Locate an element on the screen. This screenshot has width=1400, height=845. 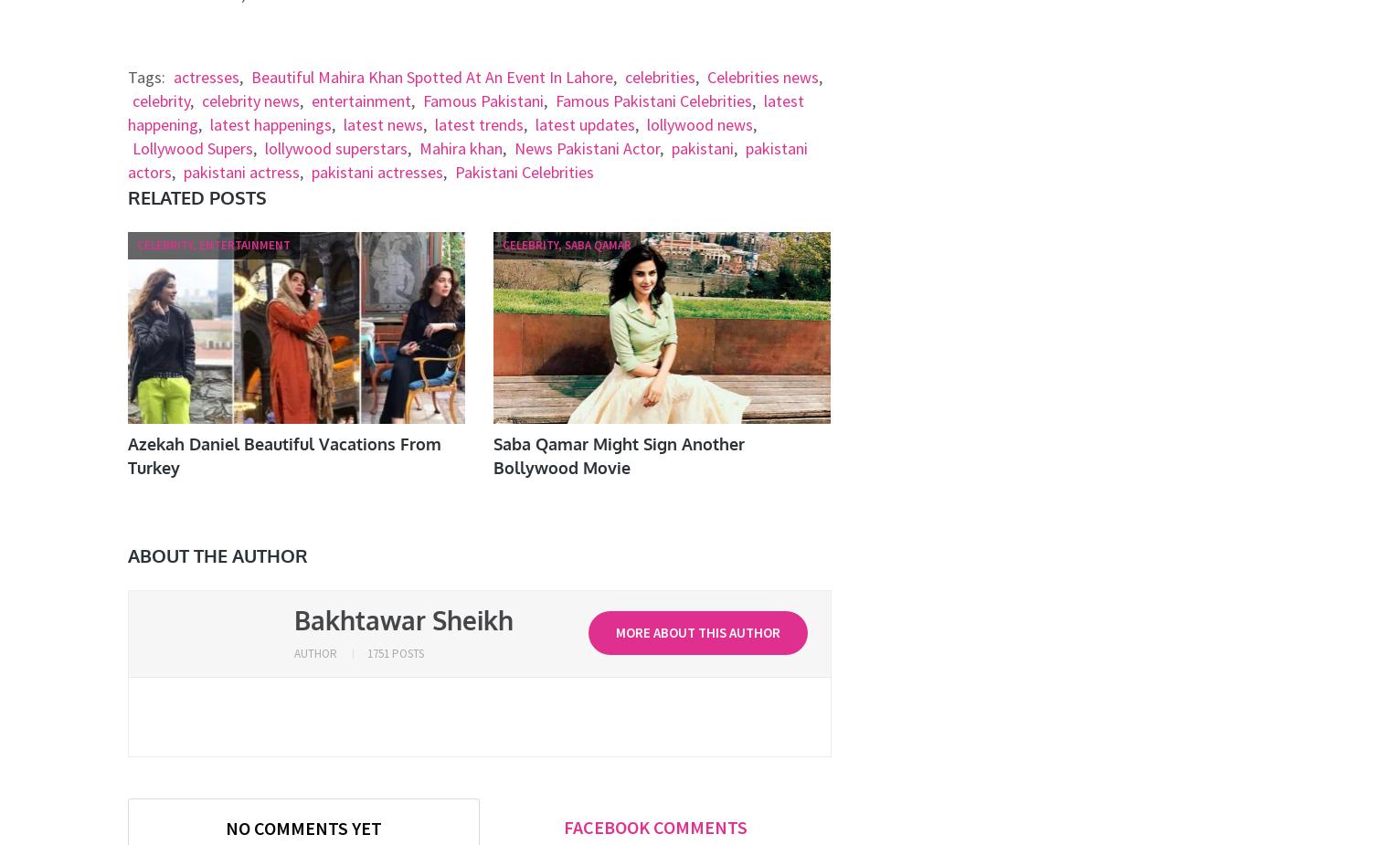
'About The Author' is located at coordinates (125, 555).